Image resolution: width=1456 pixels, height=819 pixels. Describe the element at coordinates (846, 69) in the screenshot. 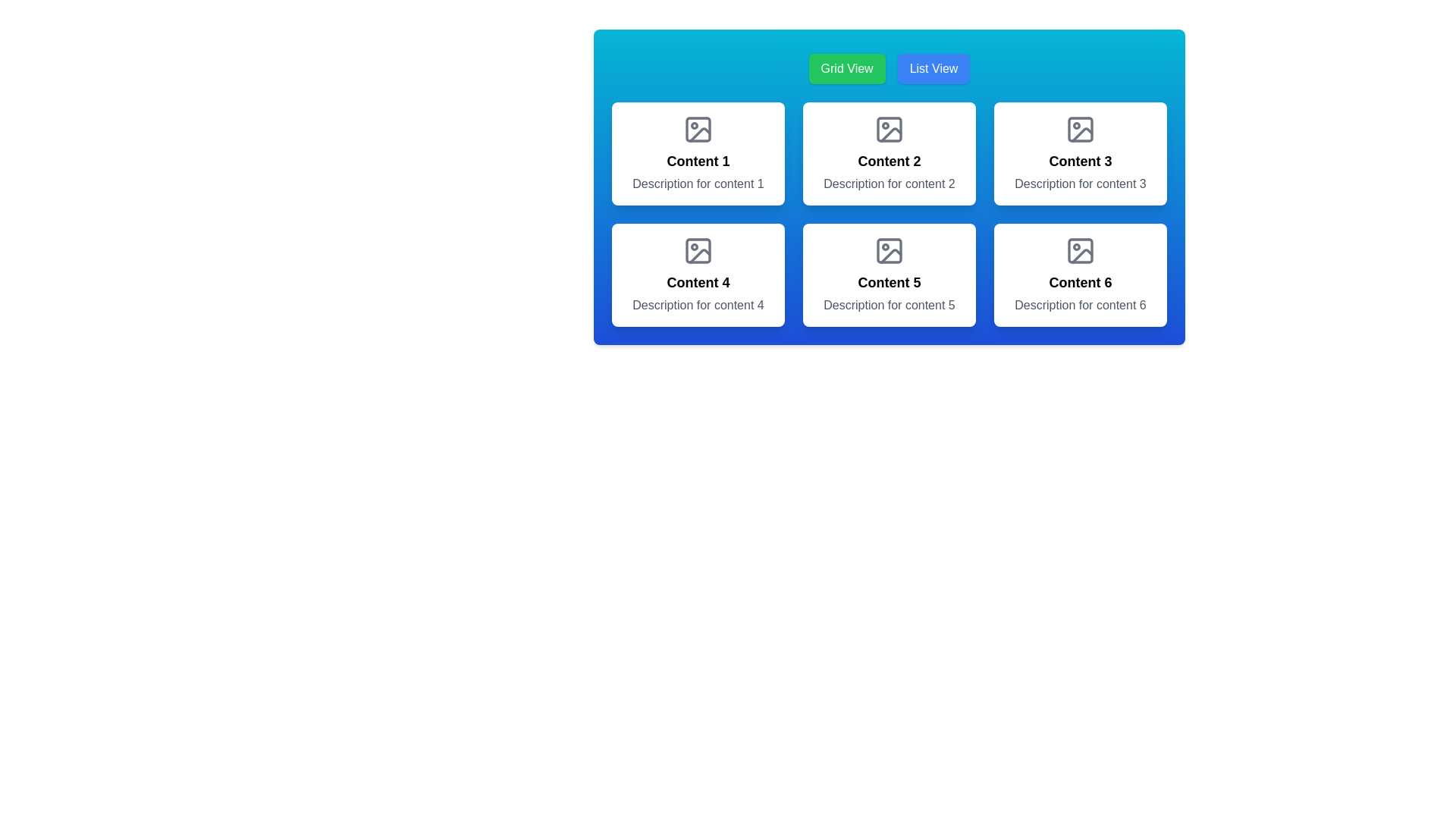

I see `the grid view button located in the top-center area of the interface` at that location.